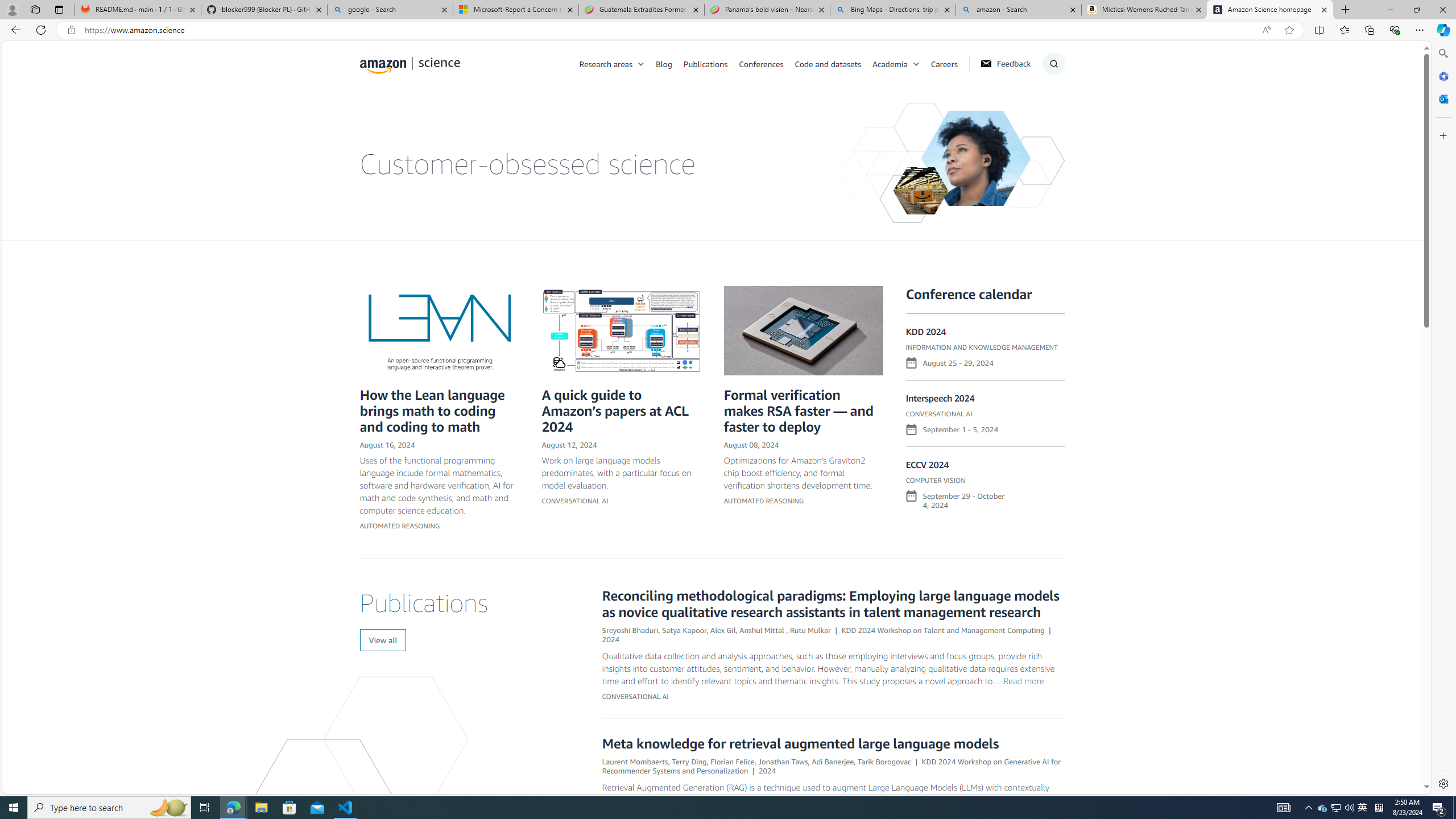  I want to click on 'Publications', so click(705, 63).